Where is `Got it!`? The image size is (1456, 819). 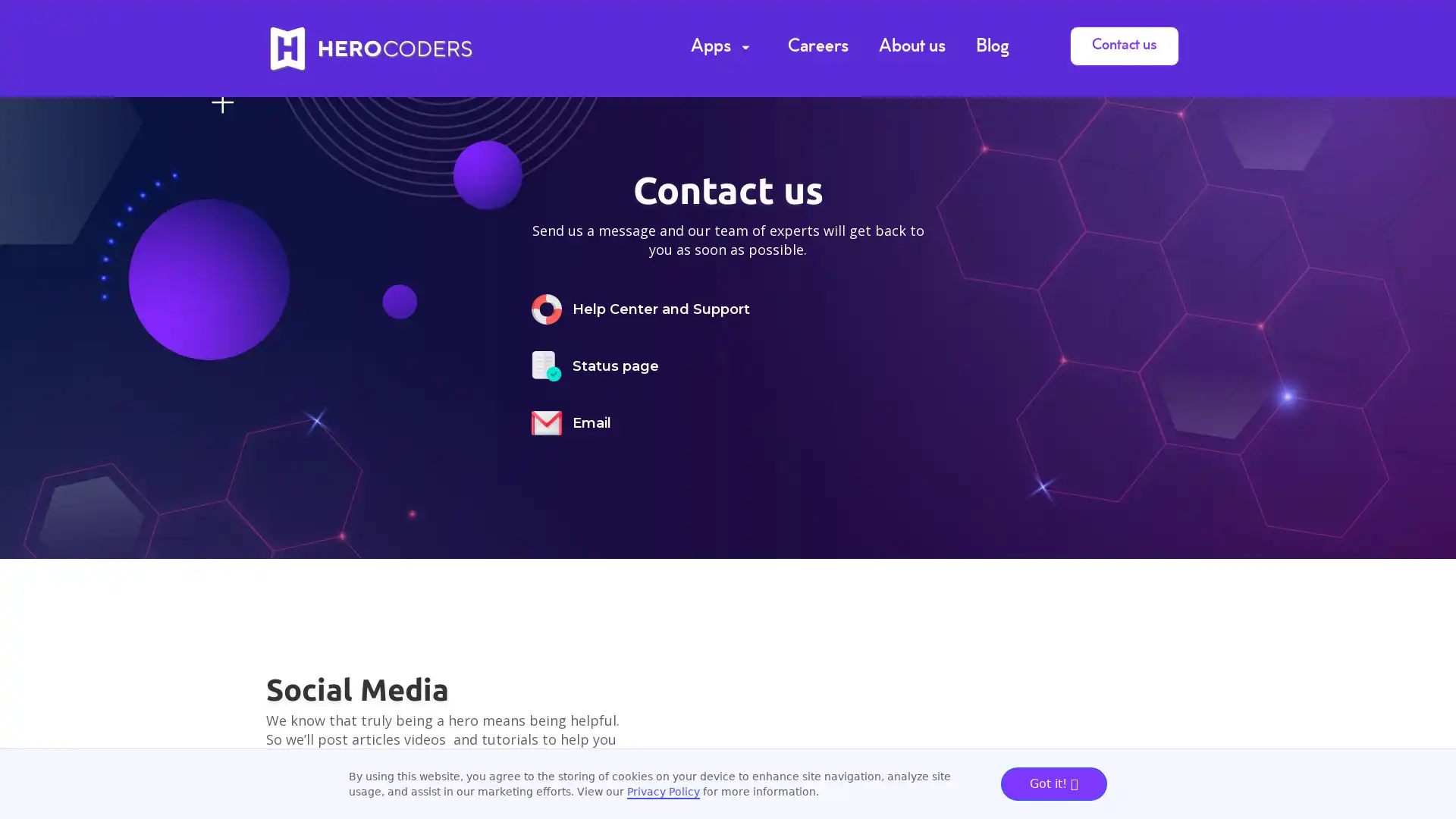 Got it! is located at coordinates (1053, 783).